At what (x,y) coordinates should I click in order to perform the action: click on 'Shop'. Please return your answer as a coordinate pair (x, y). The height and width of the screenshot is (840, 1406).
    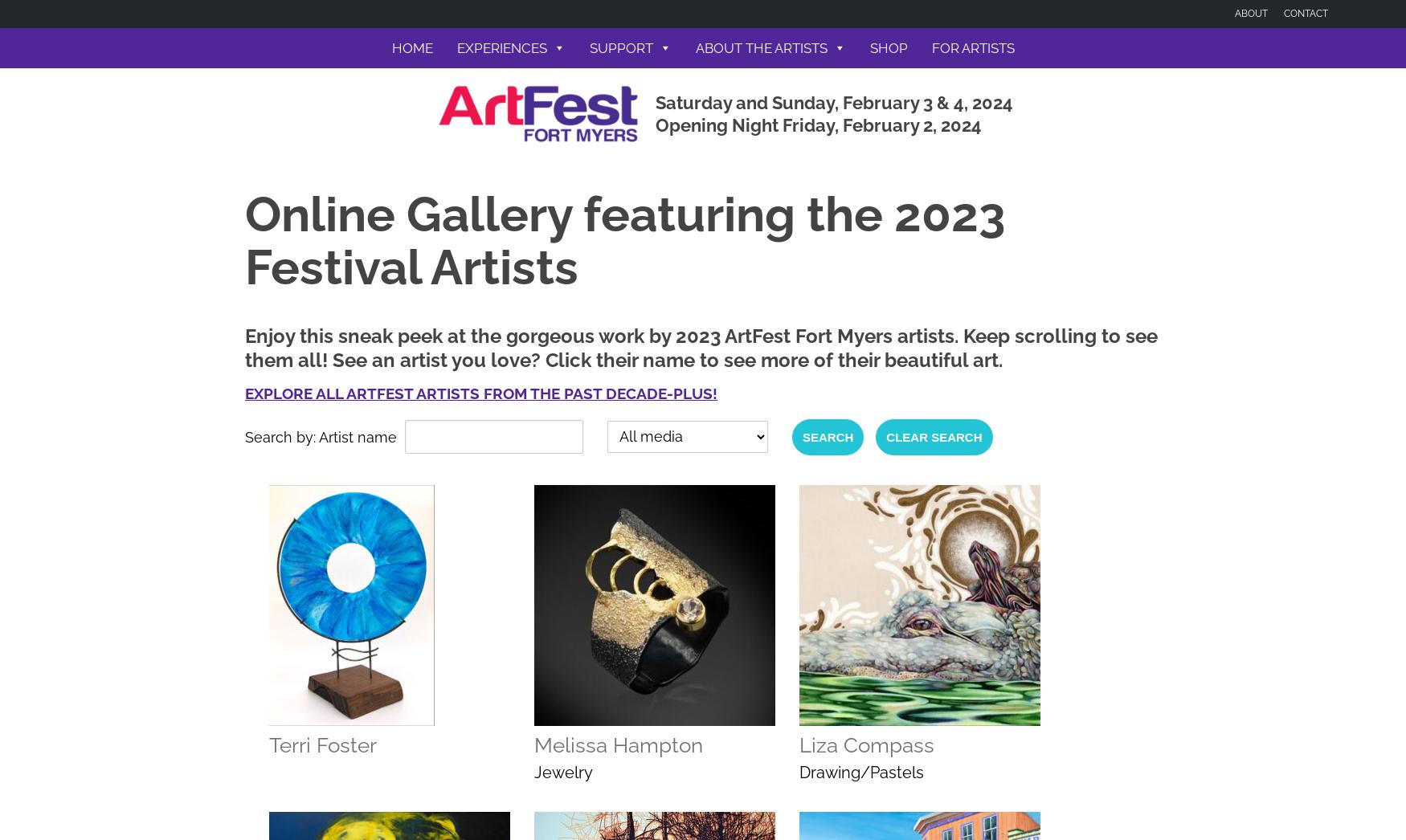
    Looking at the image, I should click on (888, 48).